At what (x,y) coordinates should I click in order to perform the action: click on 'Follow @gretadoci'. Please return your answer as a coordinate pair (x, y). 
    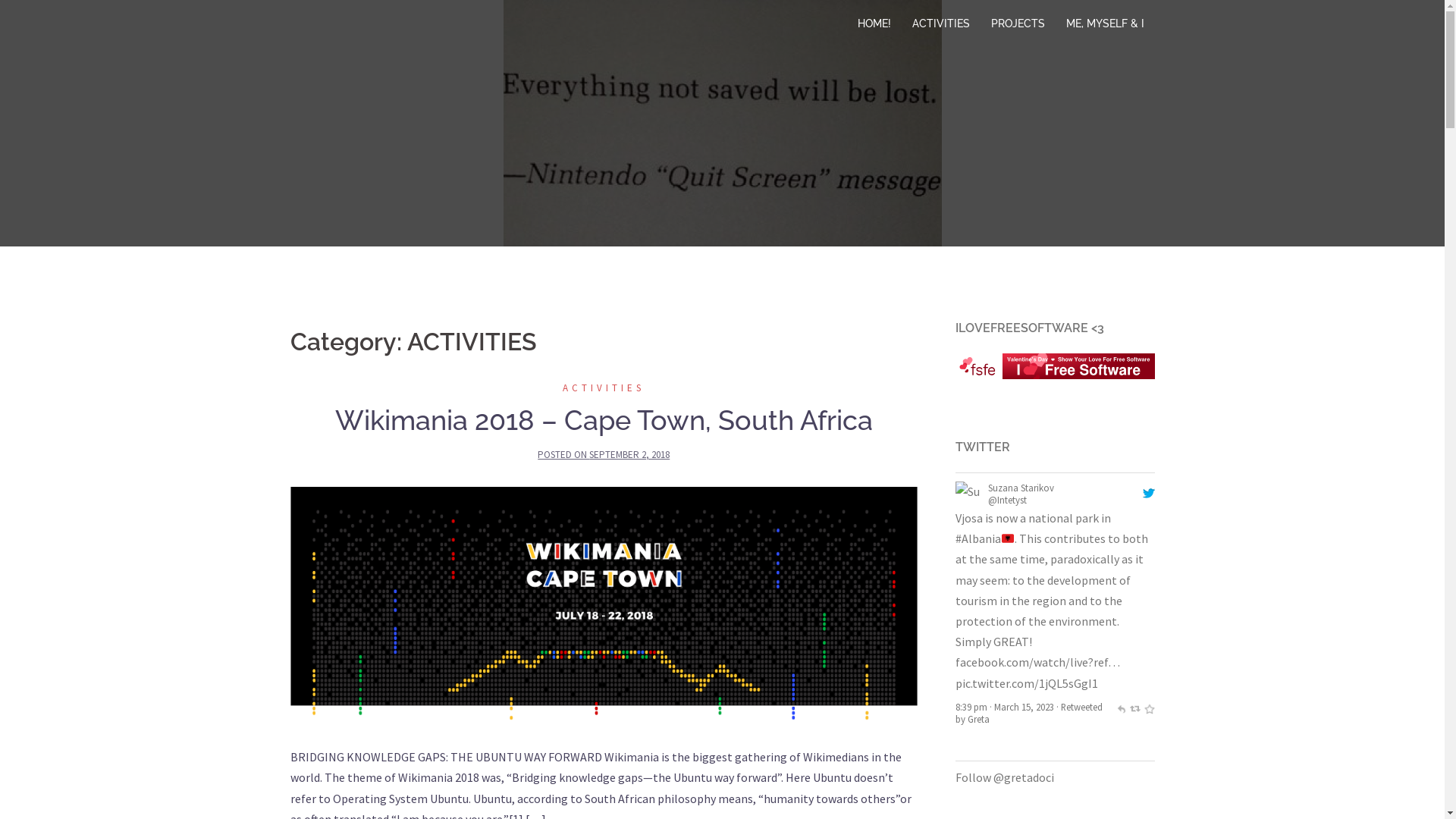
    Looking at the image, I should click on (1004, 777).